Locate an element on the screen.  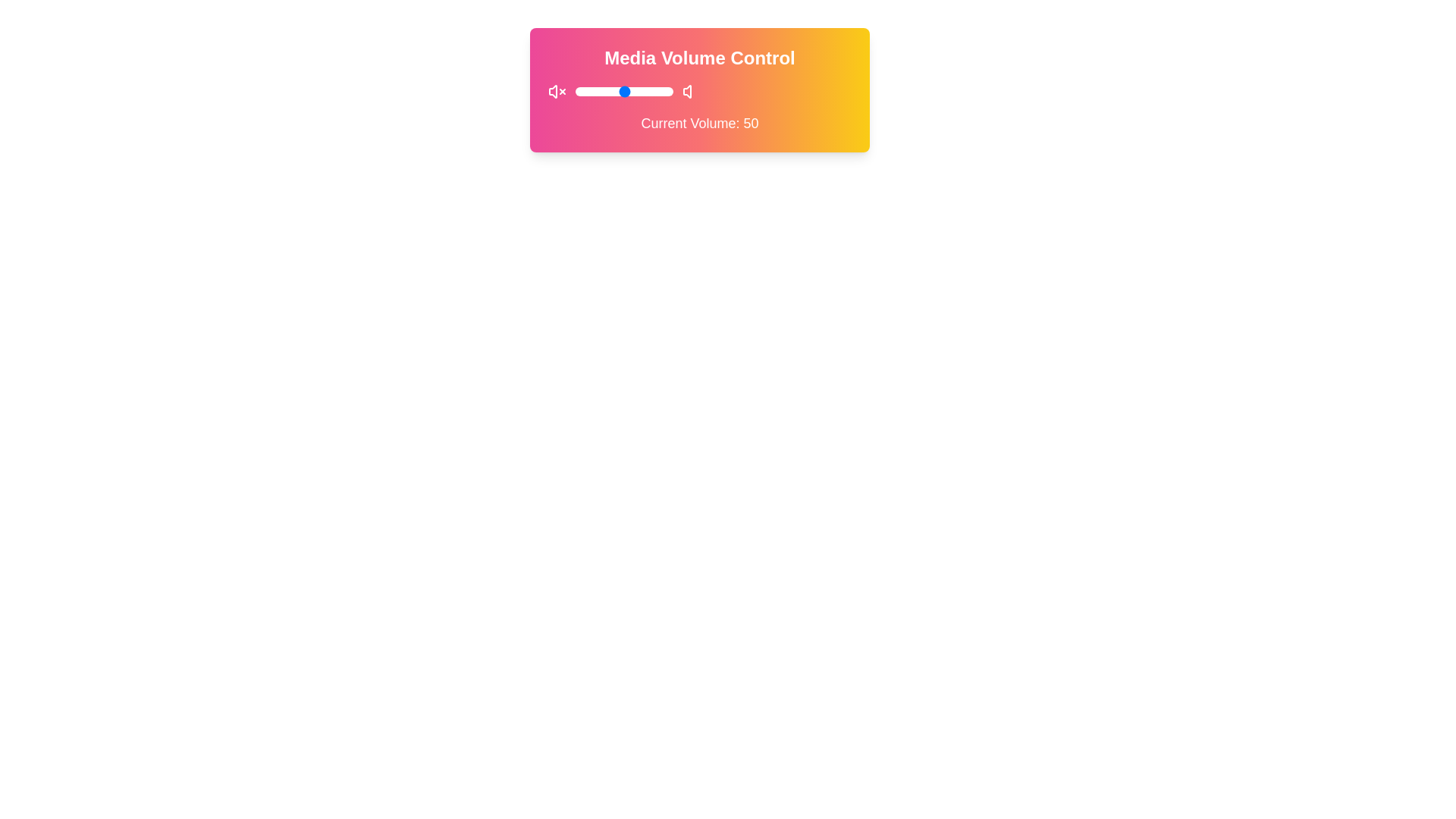
the volume to 70 by sliding the control is located at coordinates (644, 91).